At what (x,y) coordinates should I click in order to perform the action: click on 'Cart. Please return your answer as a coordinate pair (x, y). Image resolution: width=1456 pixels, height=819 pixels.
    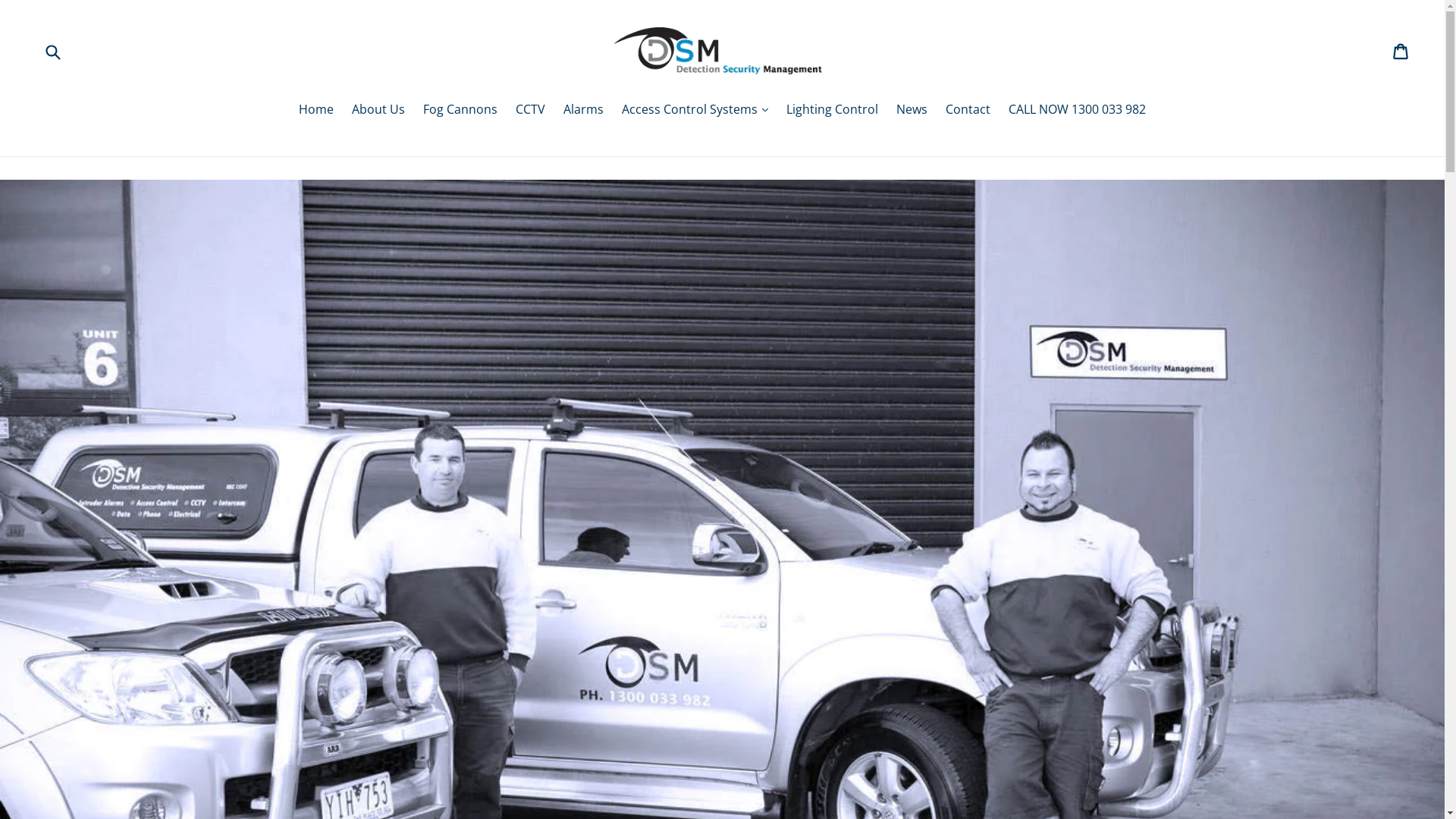
    Looking at the image, I should click on (1401, 51).